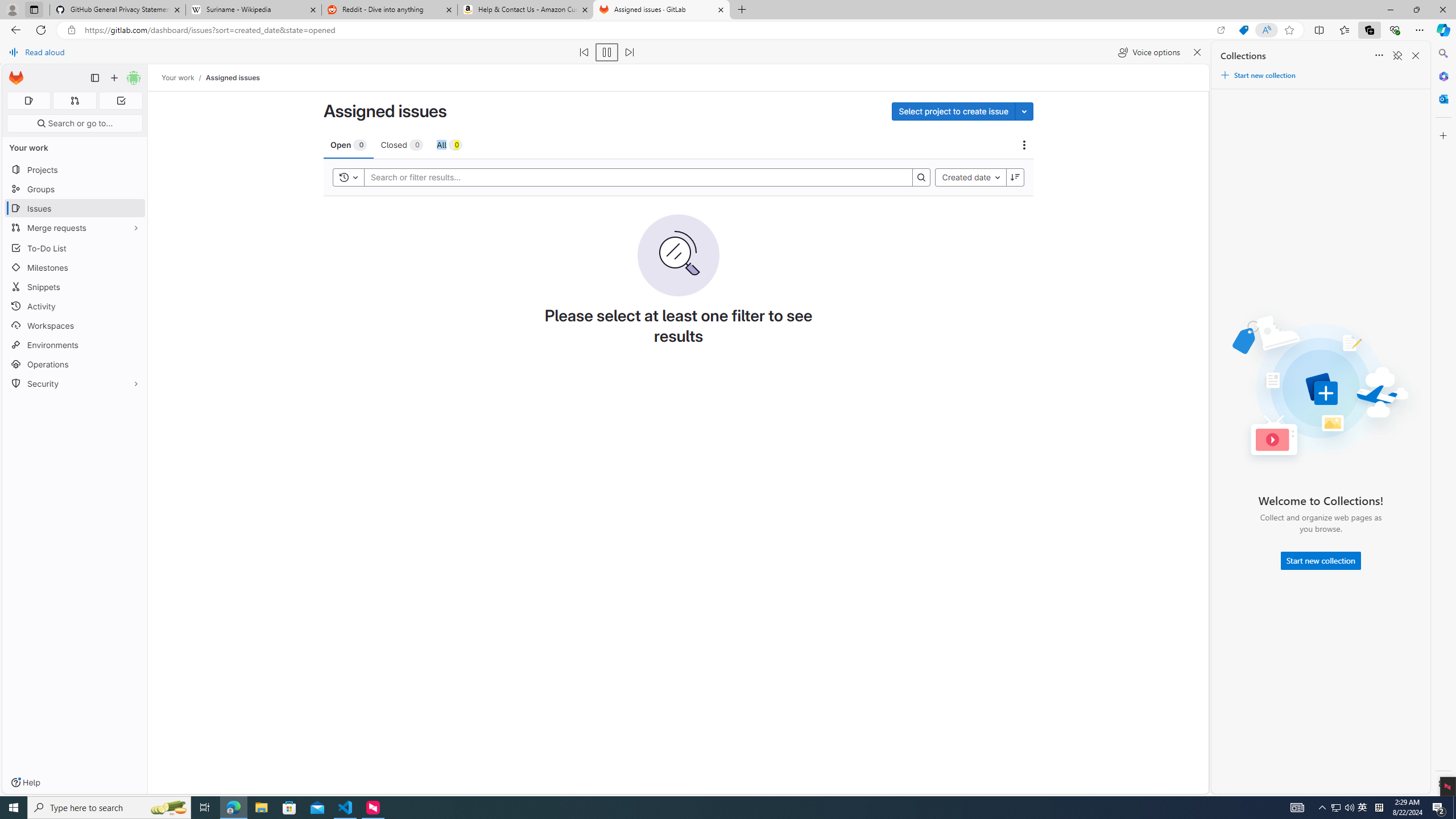 This screenshot has height=819, width=1456. Describe the element at coordinates (1149, 52) in the screenshot. I see `'Voice options'` at that location.